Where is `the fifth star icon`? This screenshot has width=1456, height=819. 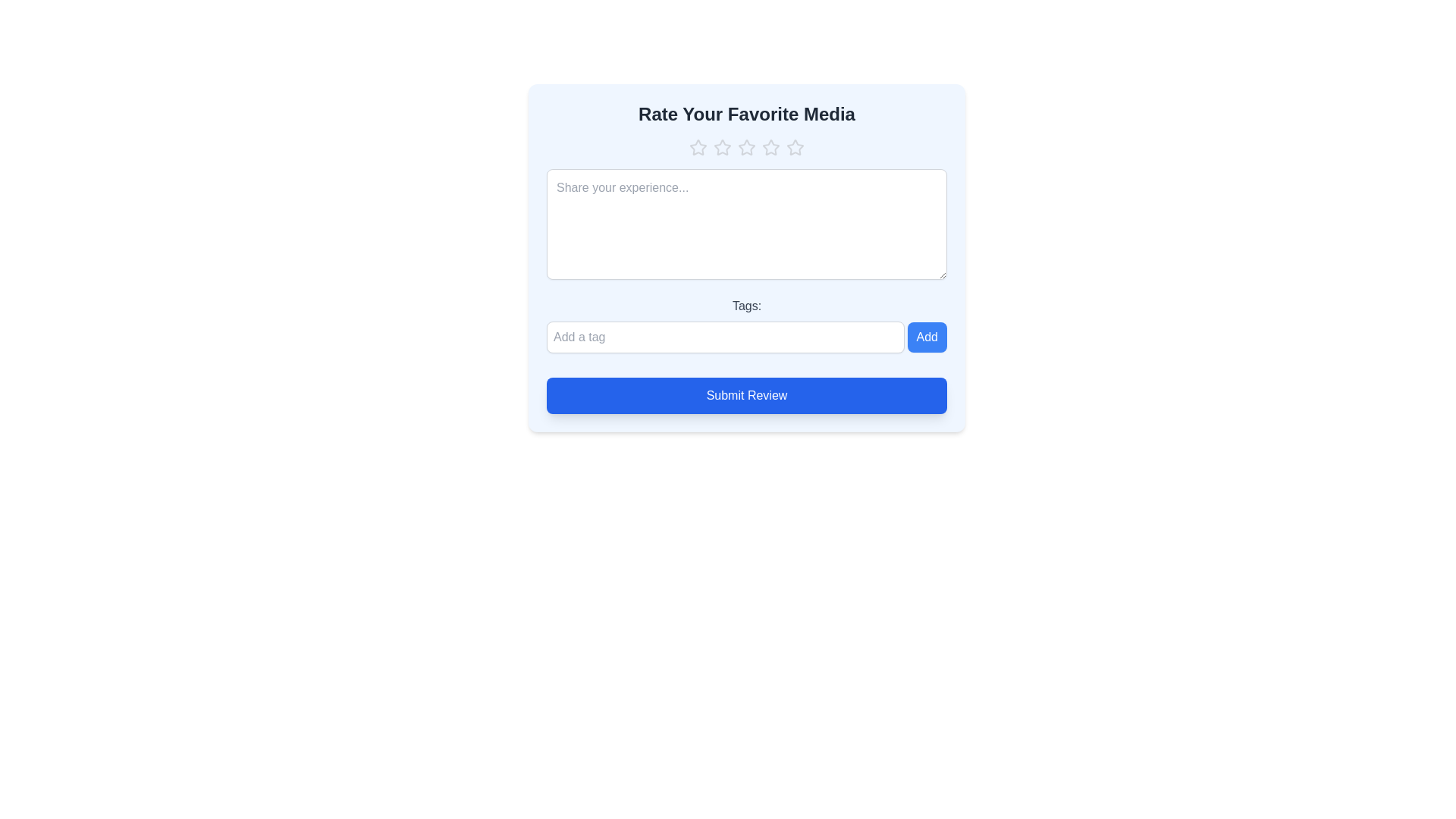 the fifth star icon is located at coordinates (793, 146).